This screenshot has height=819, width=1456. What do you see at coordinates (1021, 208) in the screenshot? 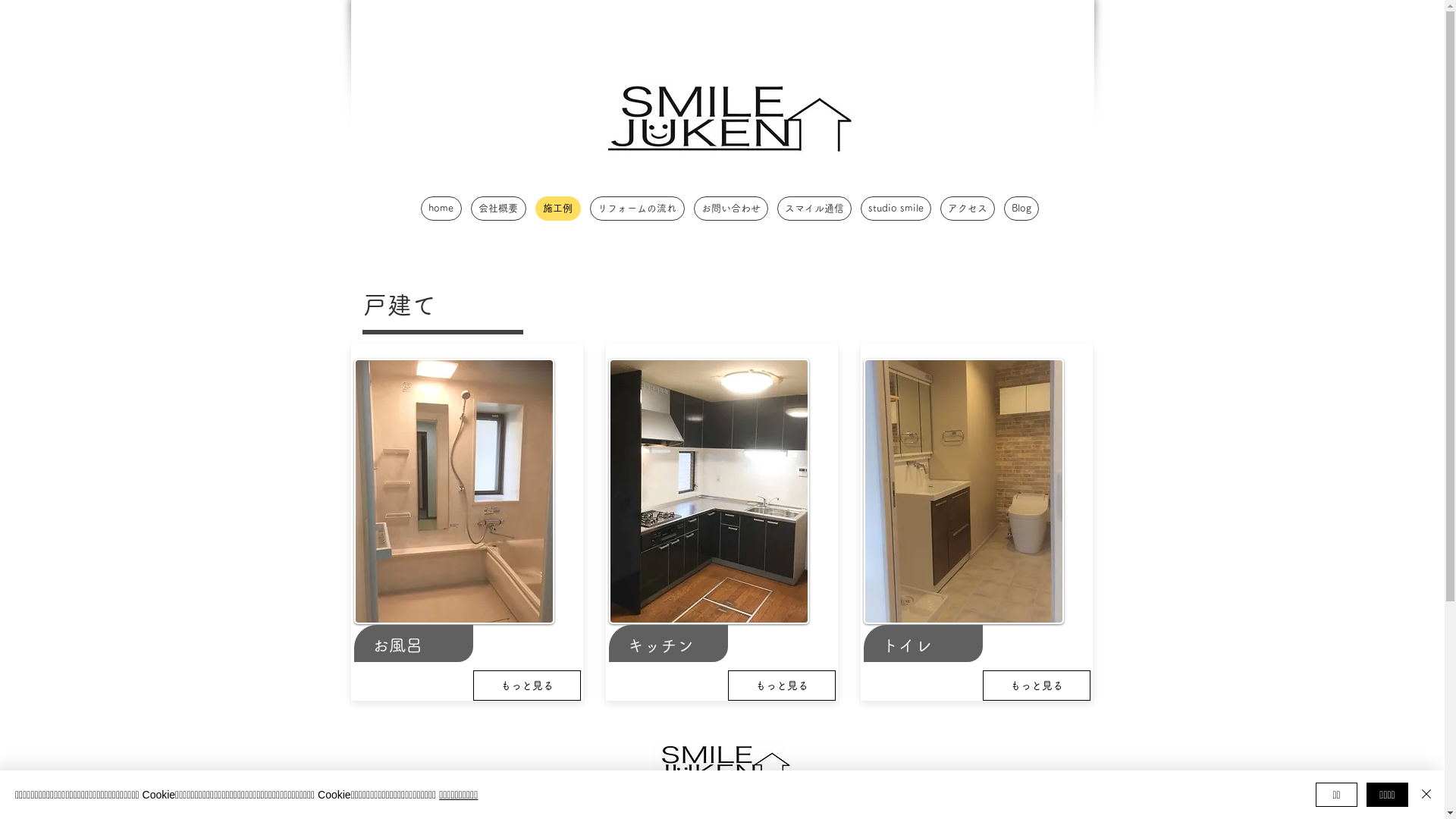
I see `'Blog'` at bounding box center [1021, 208].